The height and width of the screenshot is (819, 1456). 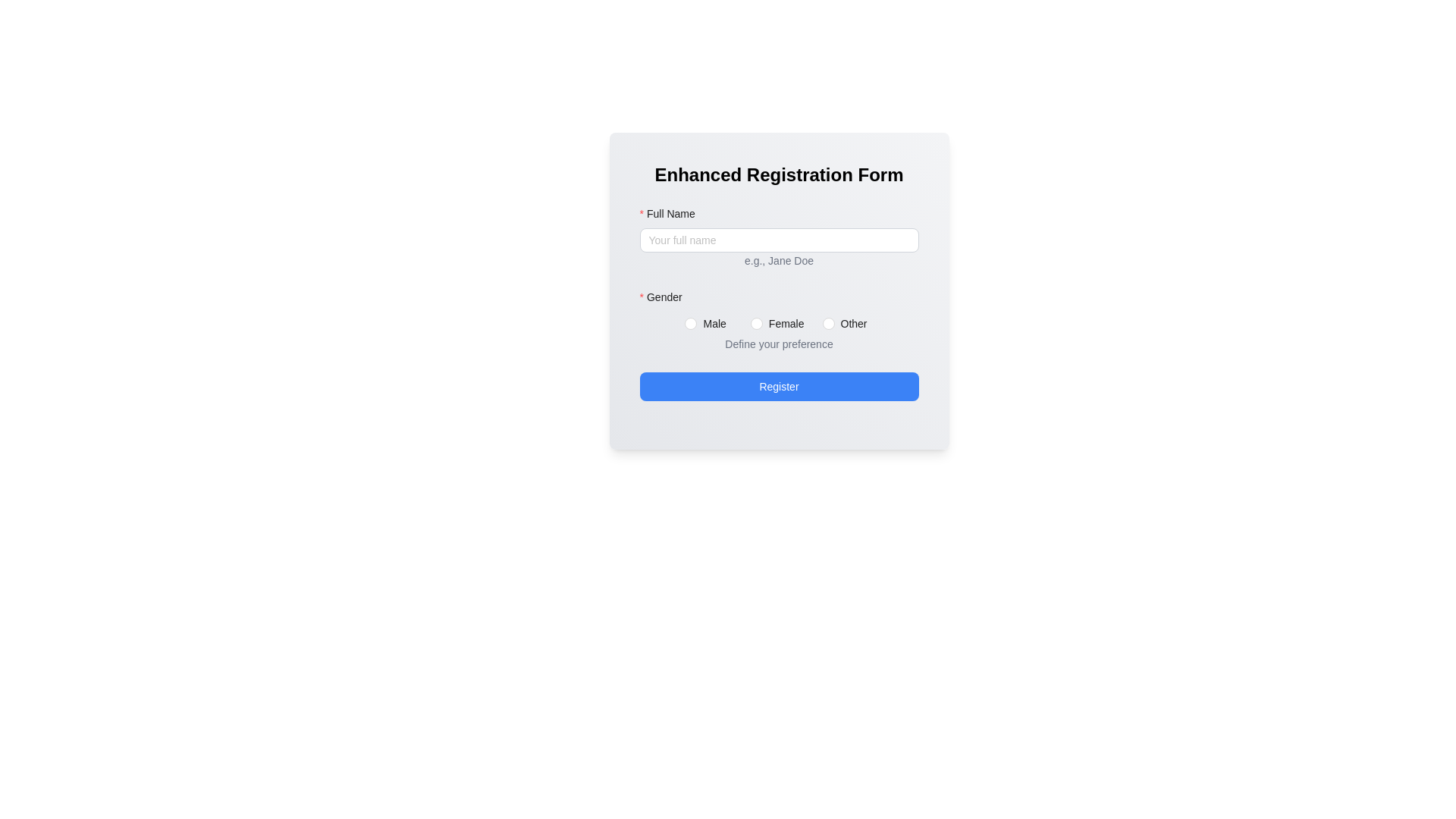 I want to click on the radio button group labeled 'Male', 'Female', and 'Other', so click(x=779, y=332).